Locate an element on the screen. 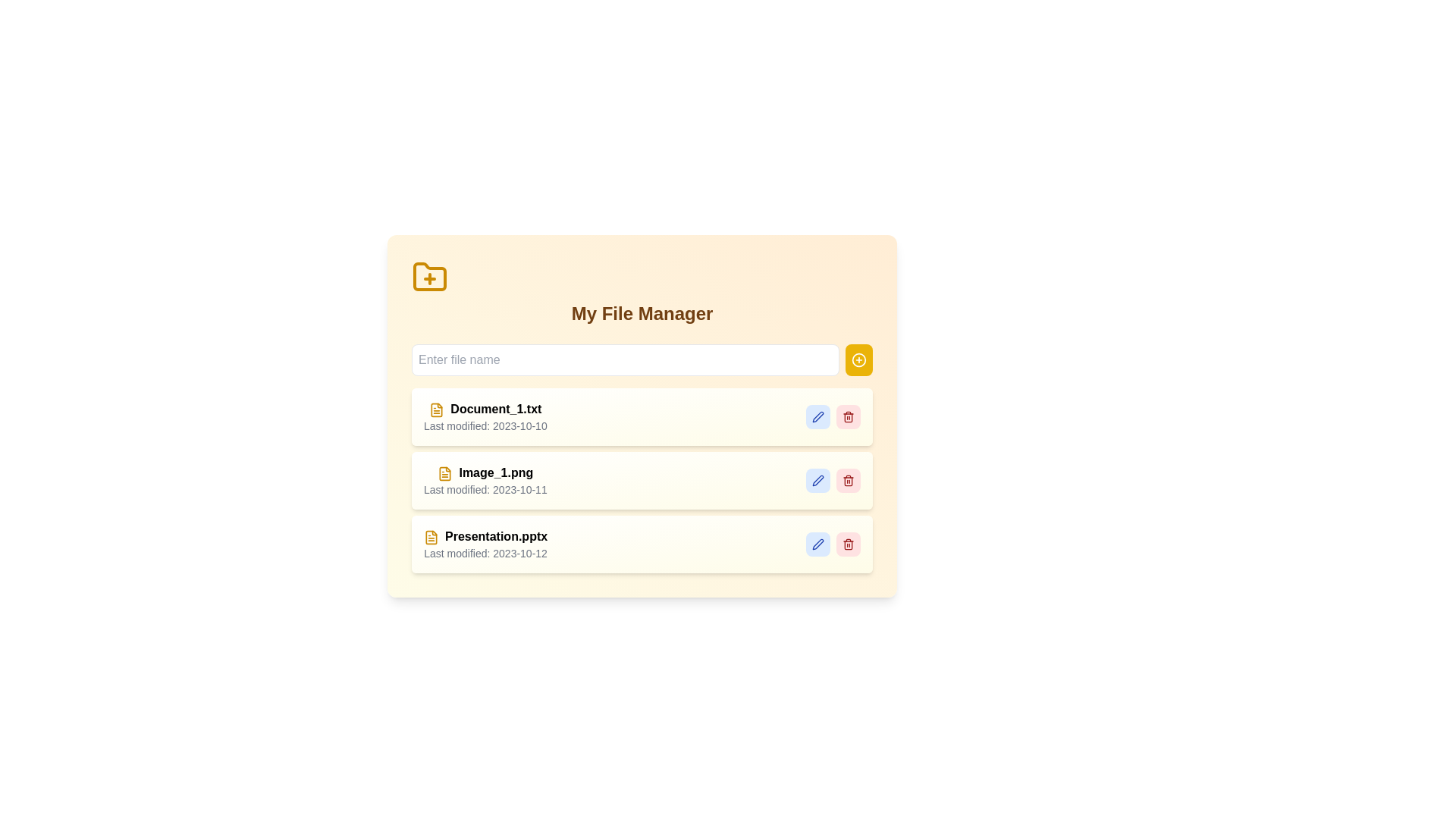  on the text label displaying the file name 'Presentation.pptx' is located at coordinates (496, 535).